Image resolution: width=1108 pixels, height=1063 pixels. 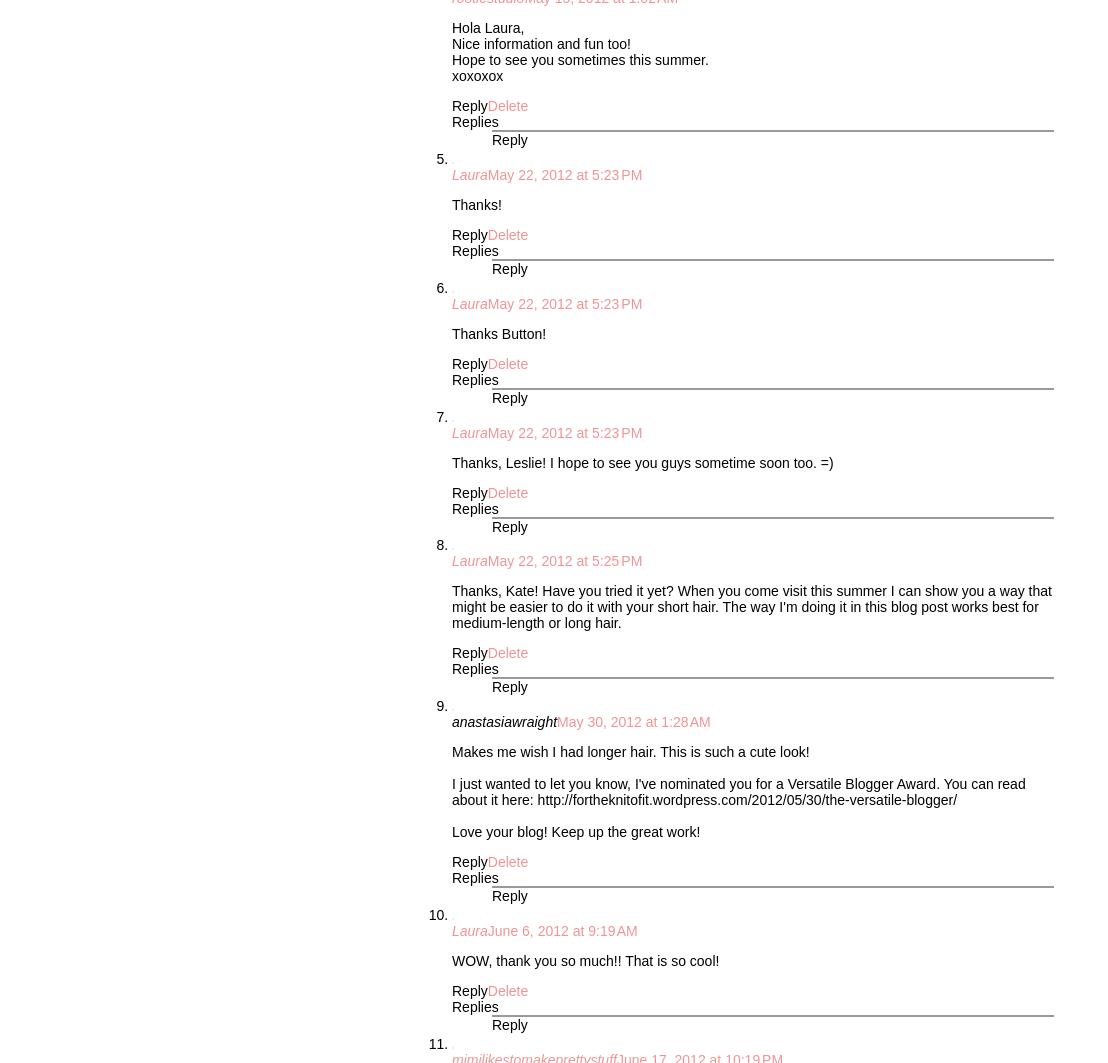 What do you see at coordinates (585, 958) in the screenshot?
I see `'WOW, thank you so much!!  That is so cool!'` at bounding box center [585, 958].